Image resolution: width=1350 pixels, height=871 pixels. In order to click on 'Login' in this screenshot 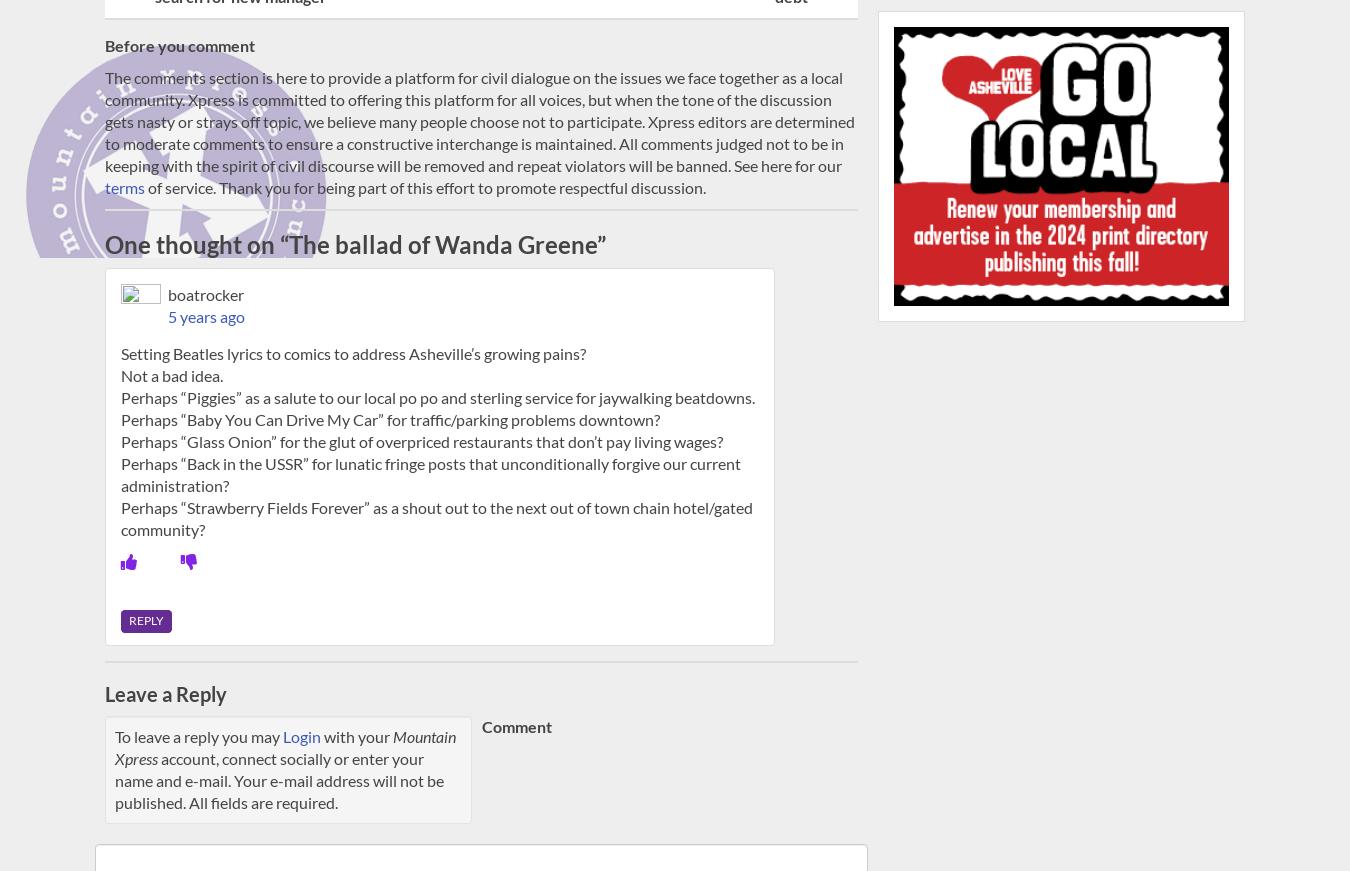, I will do `click(300, 736)`.